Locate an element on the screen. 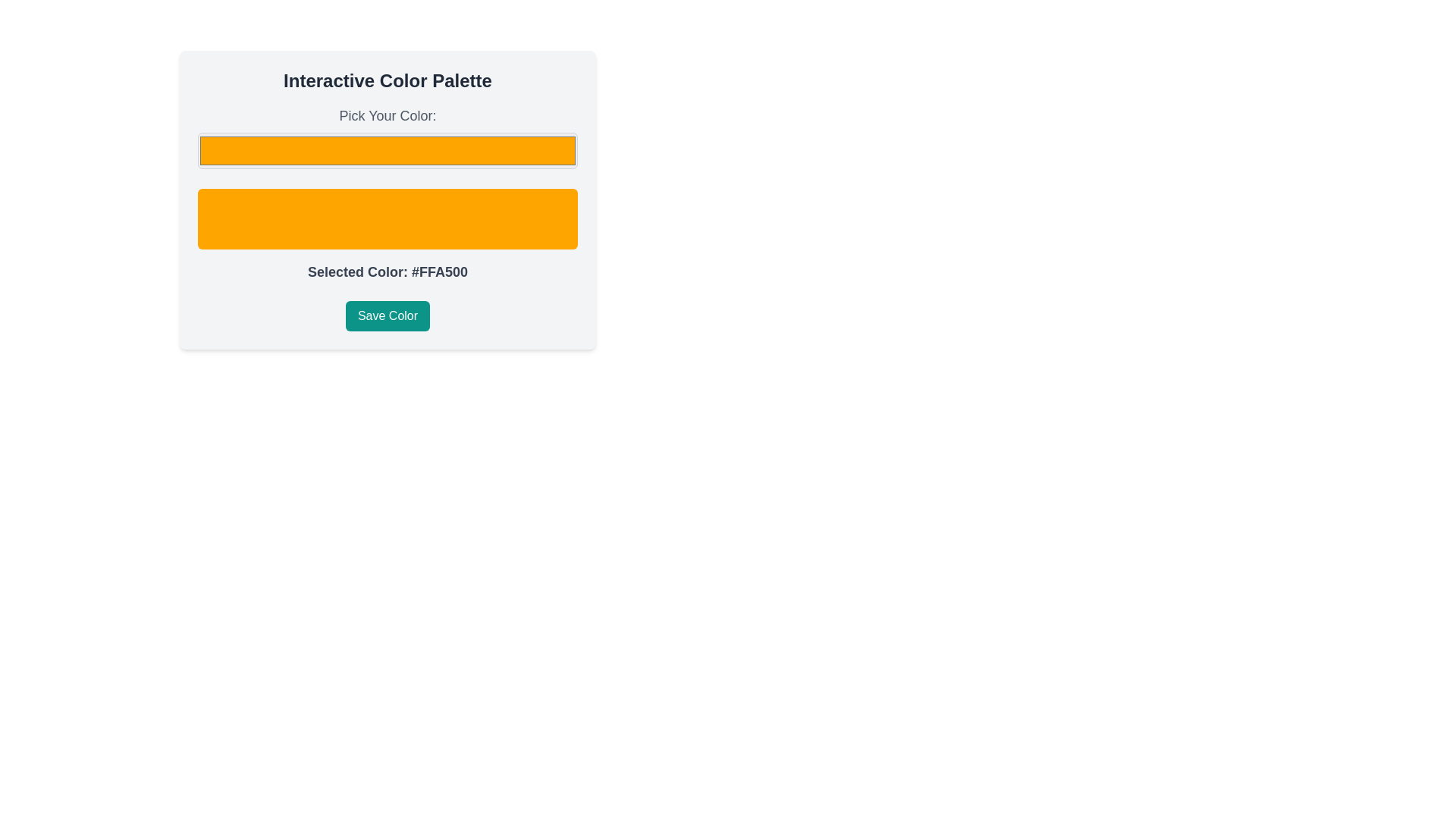  the text display that shows the currently selected color's hexadecimal code, positioned below the color preview box and above the 'Save Color' button is located at coordinates (388, 271).